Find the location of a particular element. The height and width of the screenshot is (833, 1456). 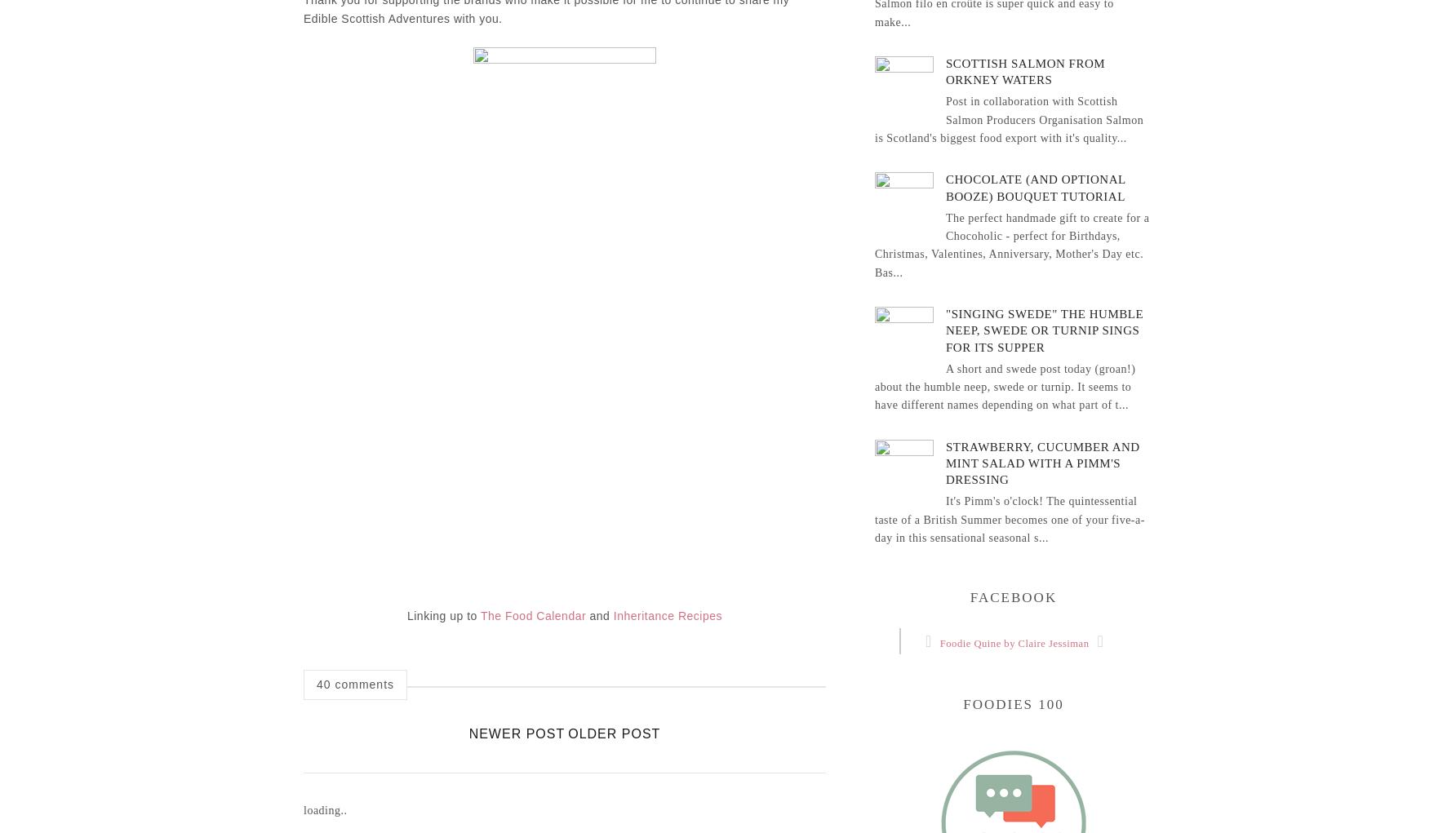

'It's Pimm's o'clock! The quintessential taste of a British Summer becomes one of your five-a-day in this sensational seasonal s...' is located at coordinates (1009, 519).